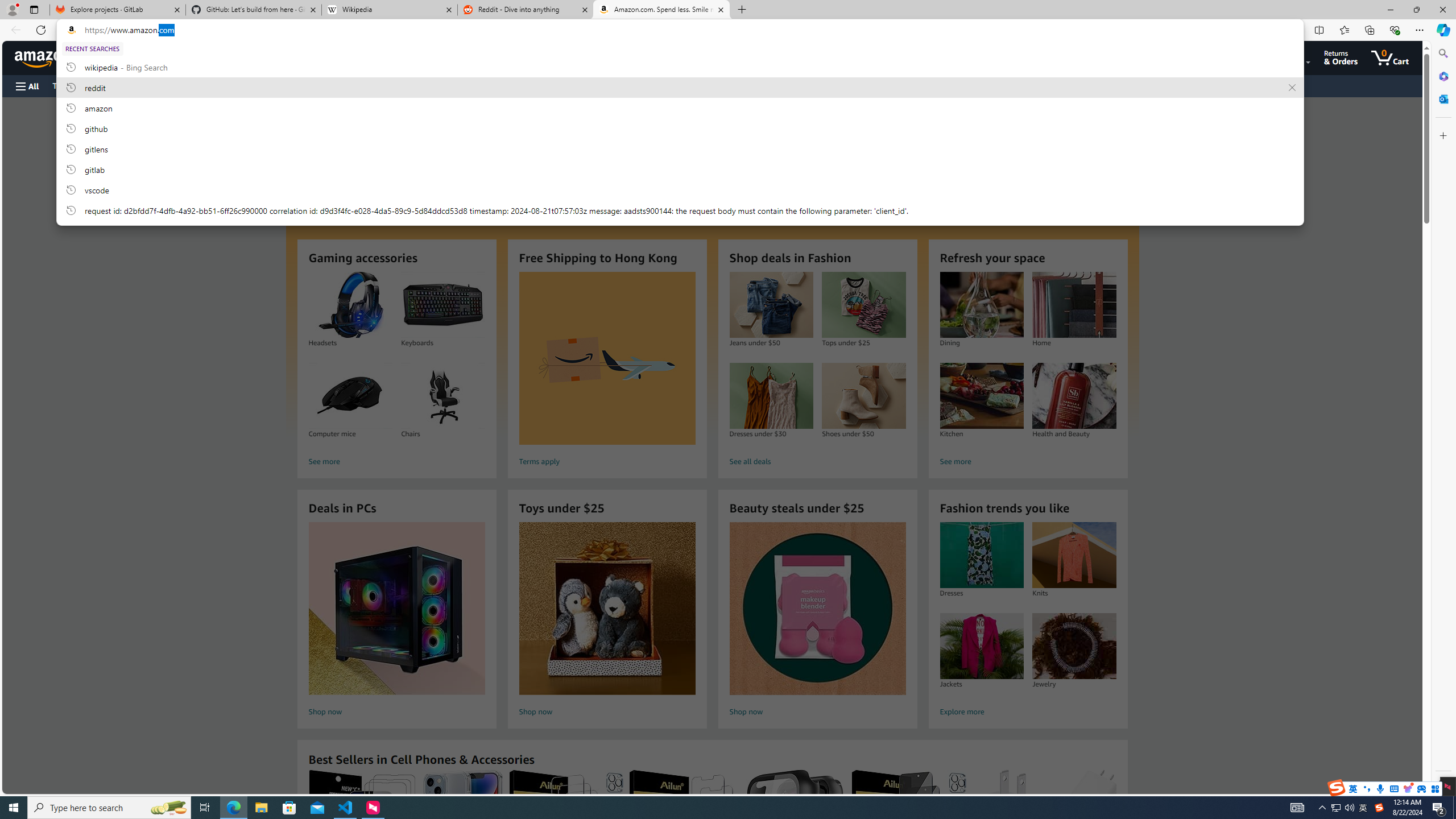 The image size is (1456, 819). Describe the element at coordinates (981, 396) in the screenshot. I see `'Kitchen'` at that location.